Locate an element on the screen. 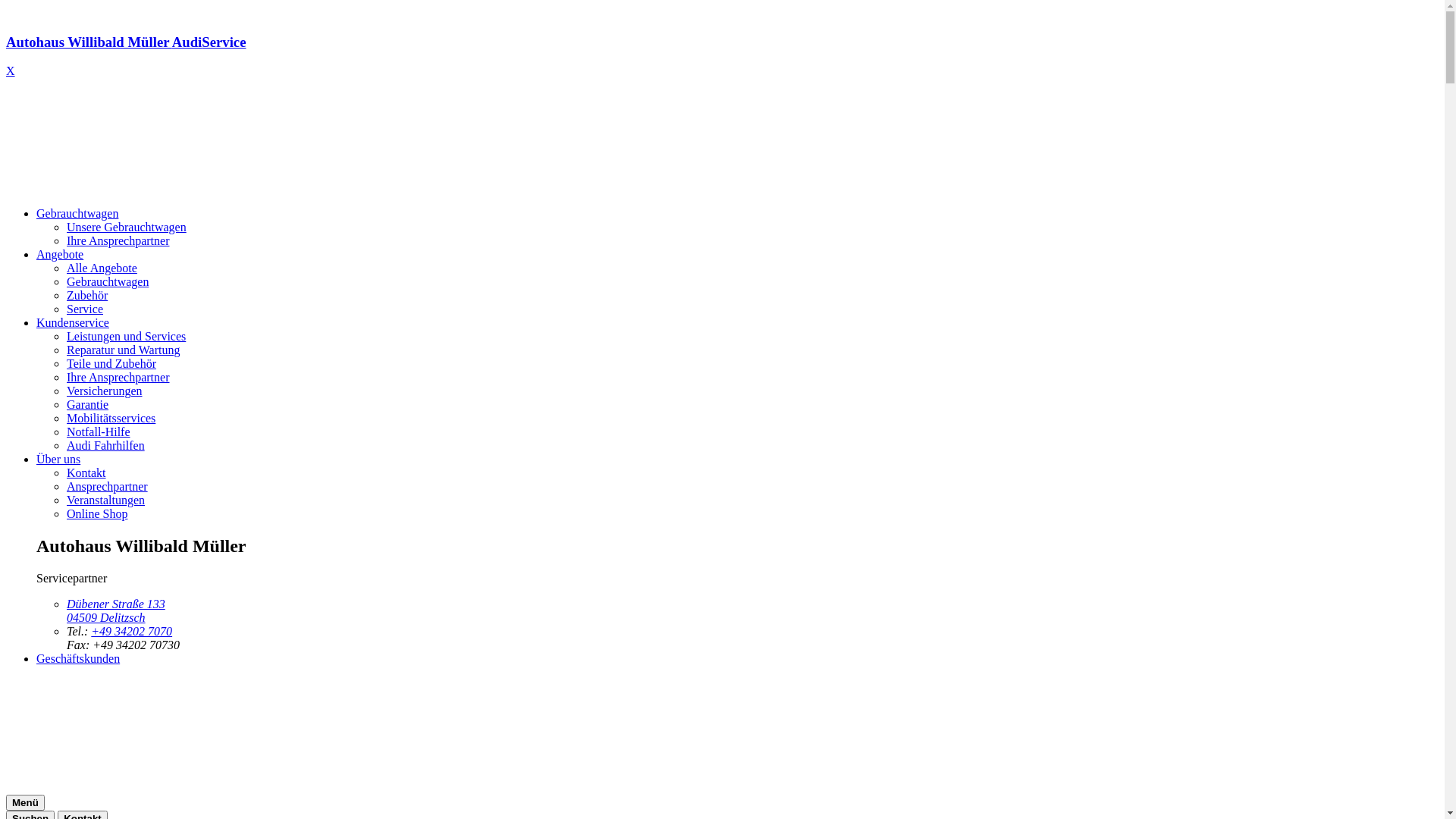 The image size is (1456, 819). 'Kontakt' is located at coordinates (65, 472).